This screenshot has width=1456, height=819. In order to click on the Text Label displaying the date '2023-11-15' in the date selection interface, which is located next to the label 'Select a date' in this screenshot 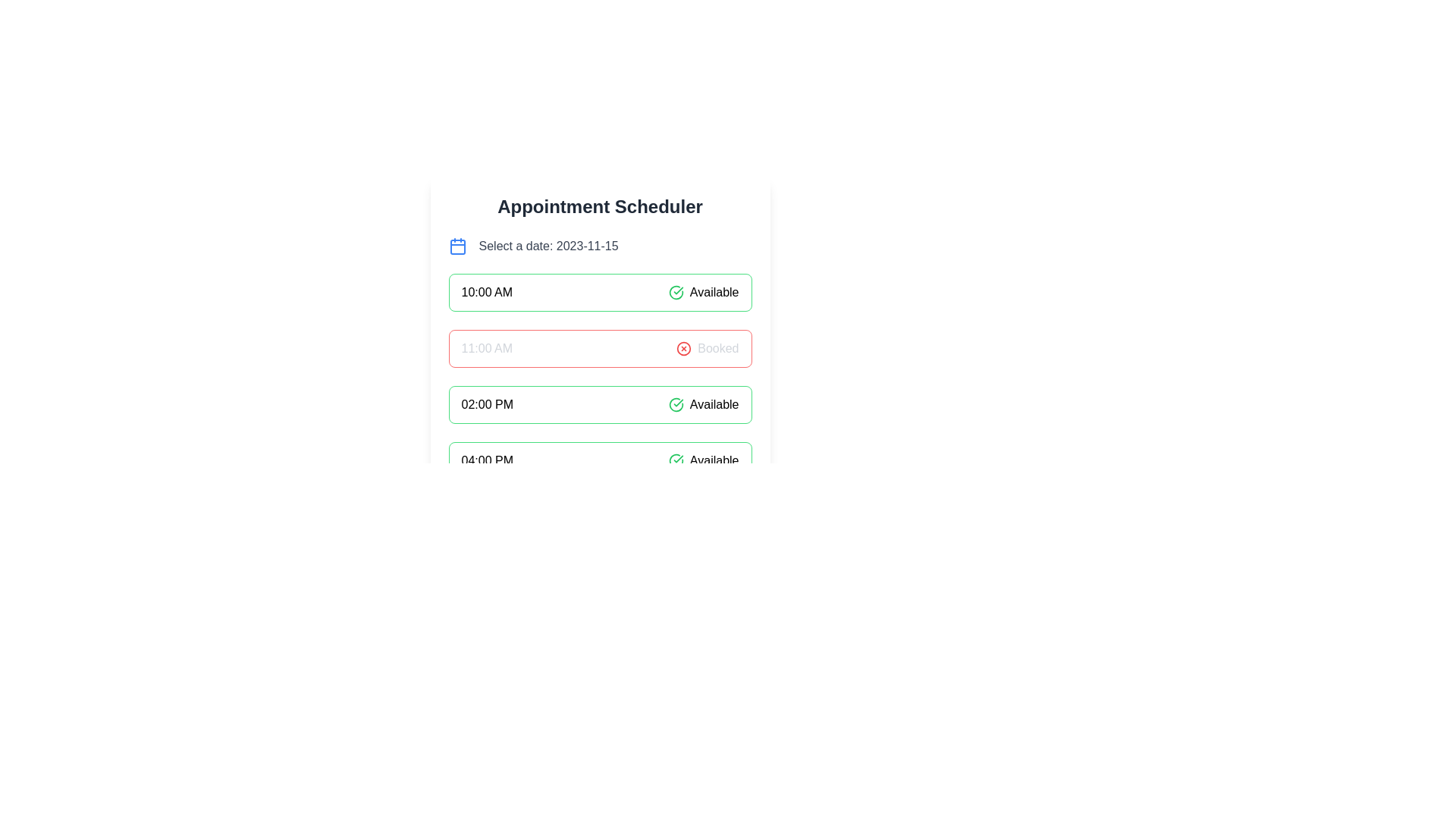, I will do `click(586, 245)`.